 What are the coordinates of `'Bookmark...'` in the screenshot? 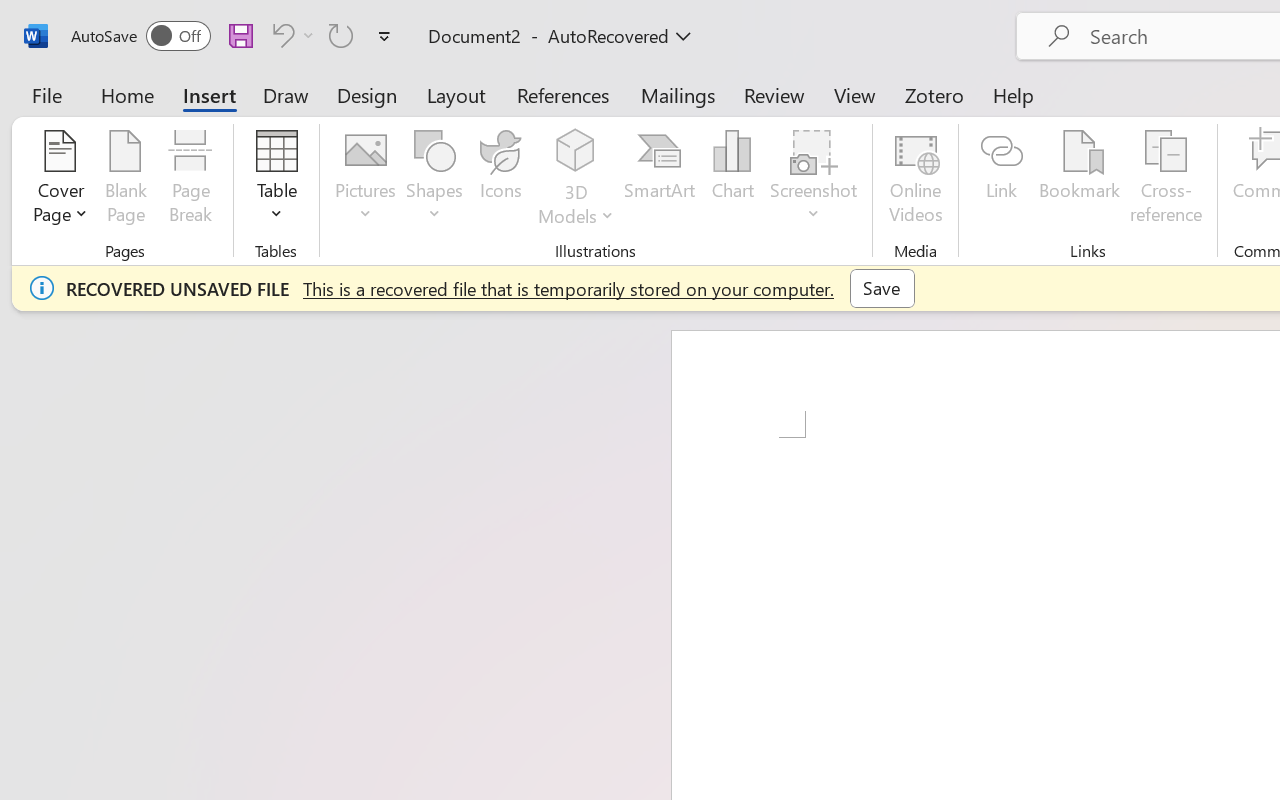 It's located at (1078, 179).